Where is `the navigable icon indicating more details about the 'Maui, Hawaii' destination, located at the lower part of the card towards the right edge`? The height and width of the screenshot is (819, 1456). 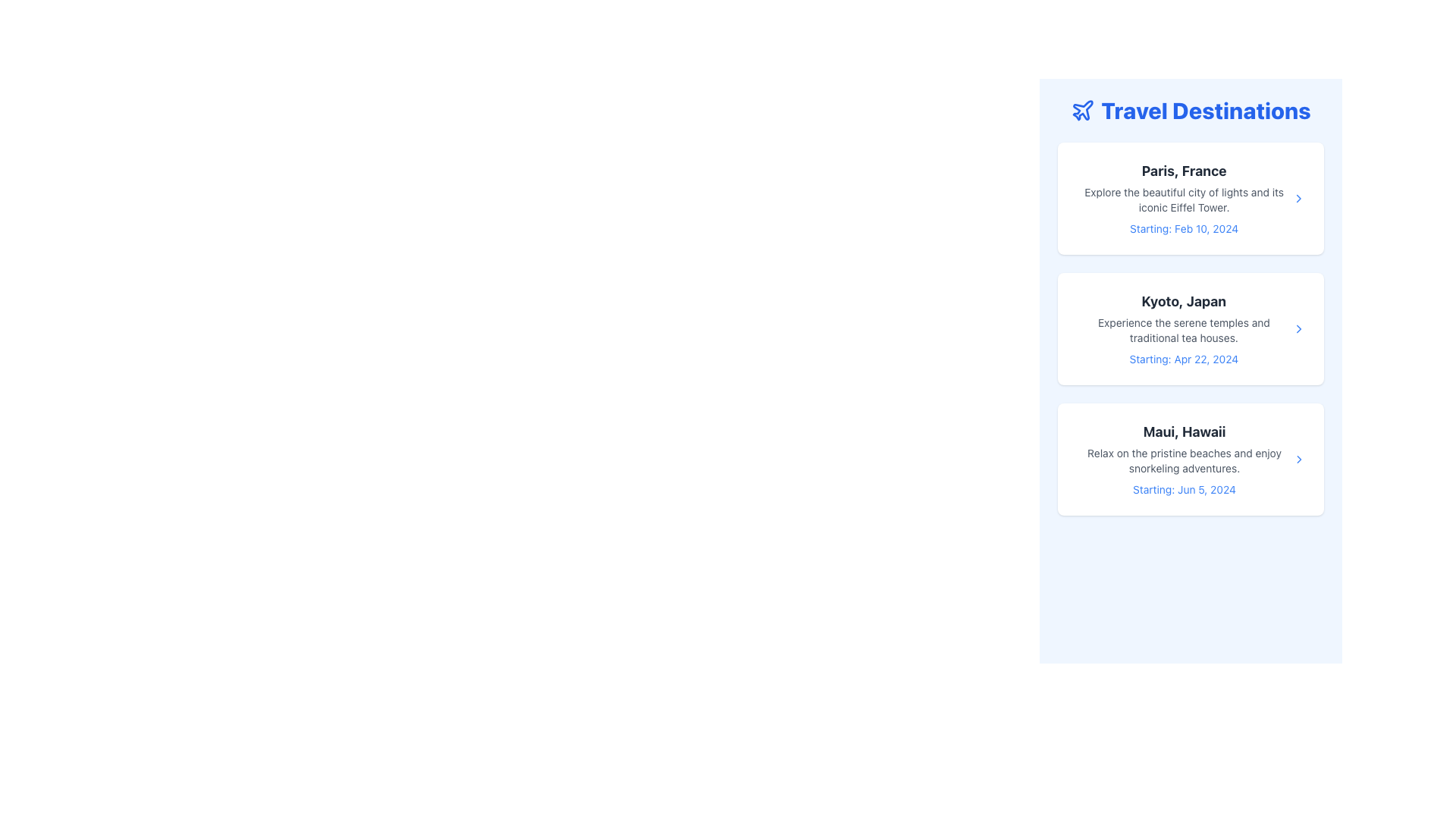
the navigable icon indicating more details about the 'Maui, Hawaii' destination, located at the lower part of the card towards the right edge is located at coordinates (1298, 458).